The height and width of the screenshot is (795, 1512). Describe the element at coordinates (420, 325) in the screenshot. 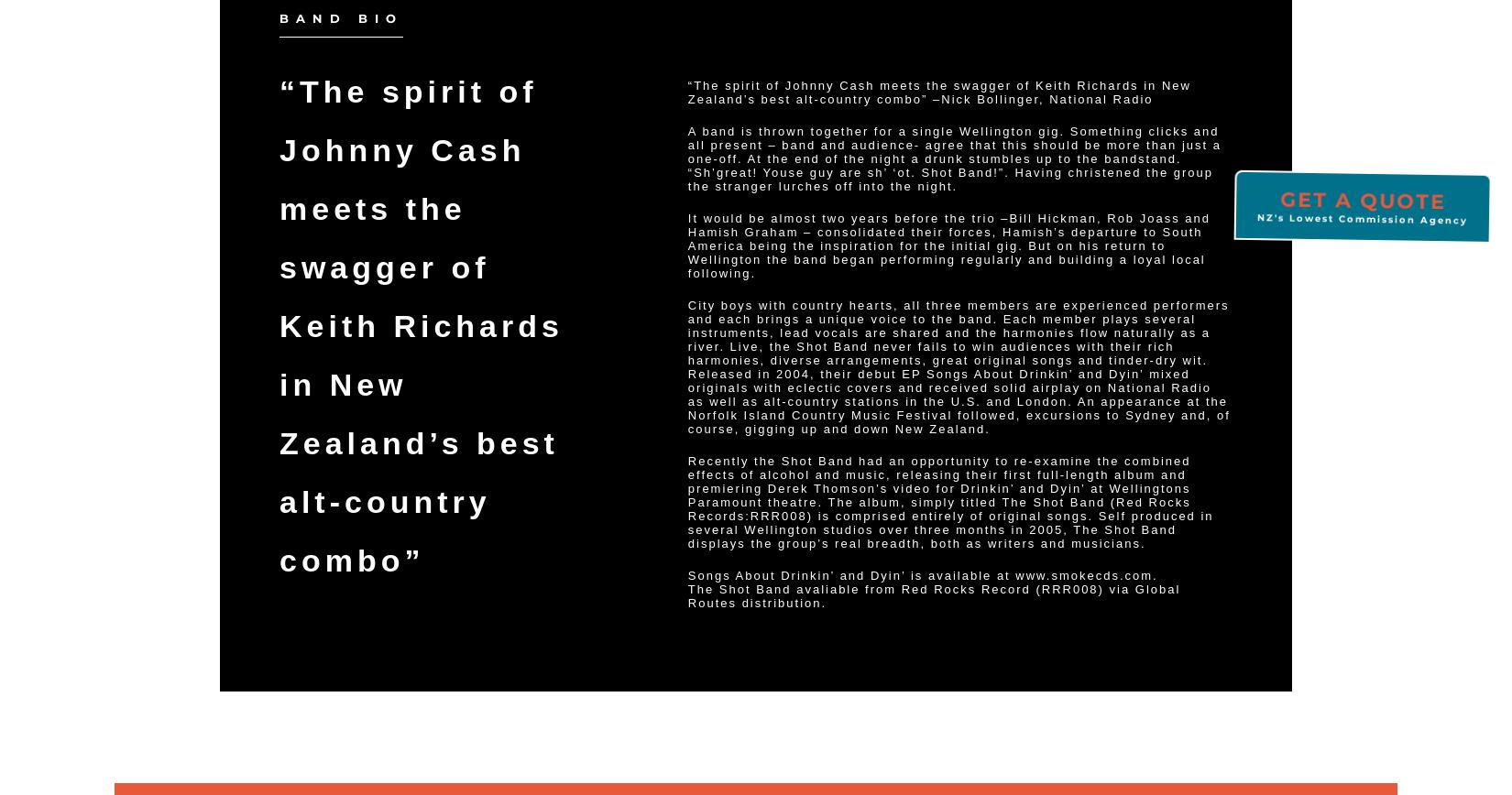

I see `'“The spirit of Johnny Cash meets the swagger of Keith Richards in New Zealand’s best alt-country combo”'` at that location.